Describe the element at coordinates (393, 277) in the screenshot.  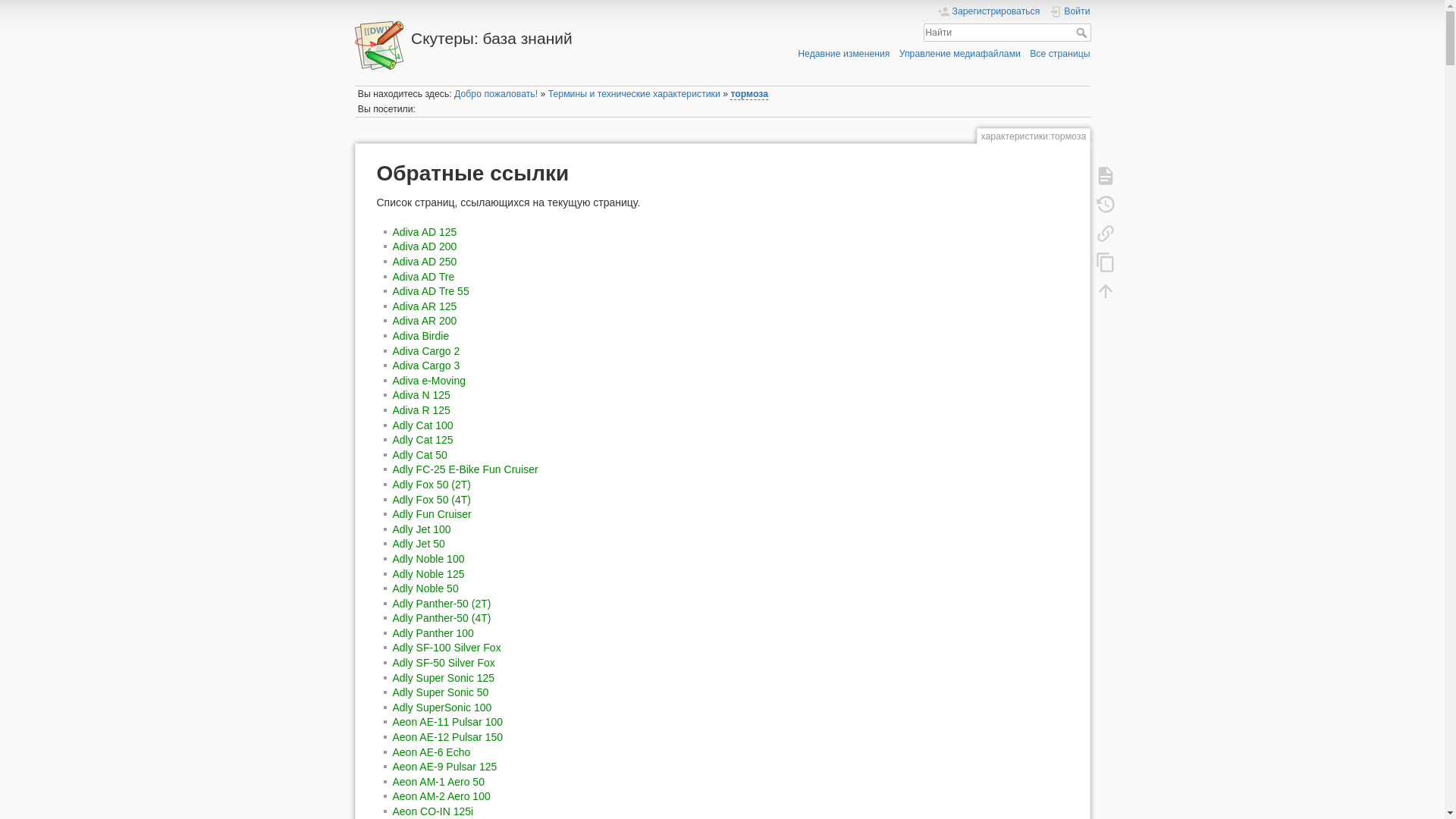
I see `'Adiva AD Tre'` at that location.